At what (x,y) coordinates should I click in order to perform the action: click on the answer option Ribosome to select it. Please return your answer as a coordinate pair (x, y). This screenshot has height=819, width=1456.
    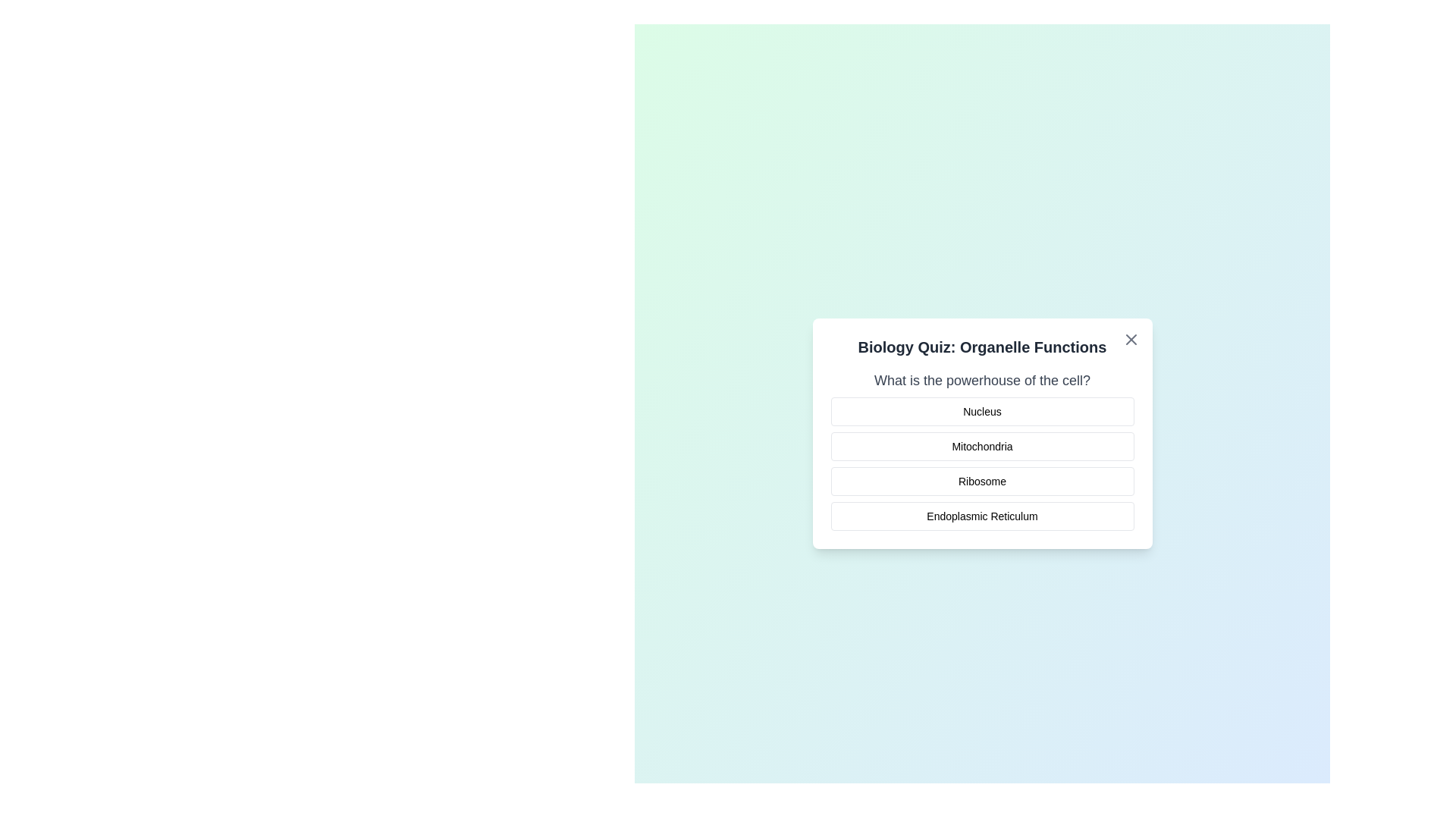
    Looking at the image, I should click on (982, 482).